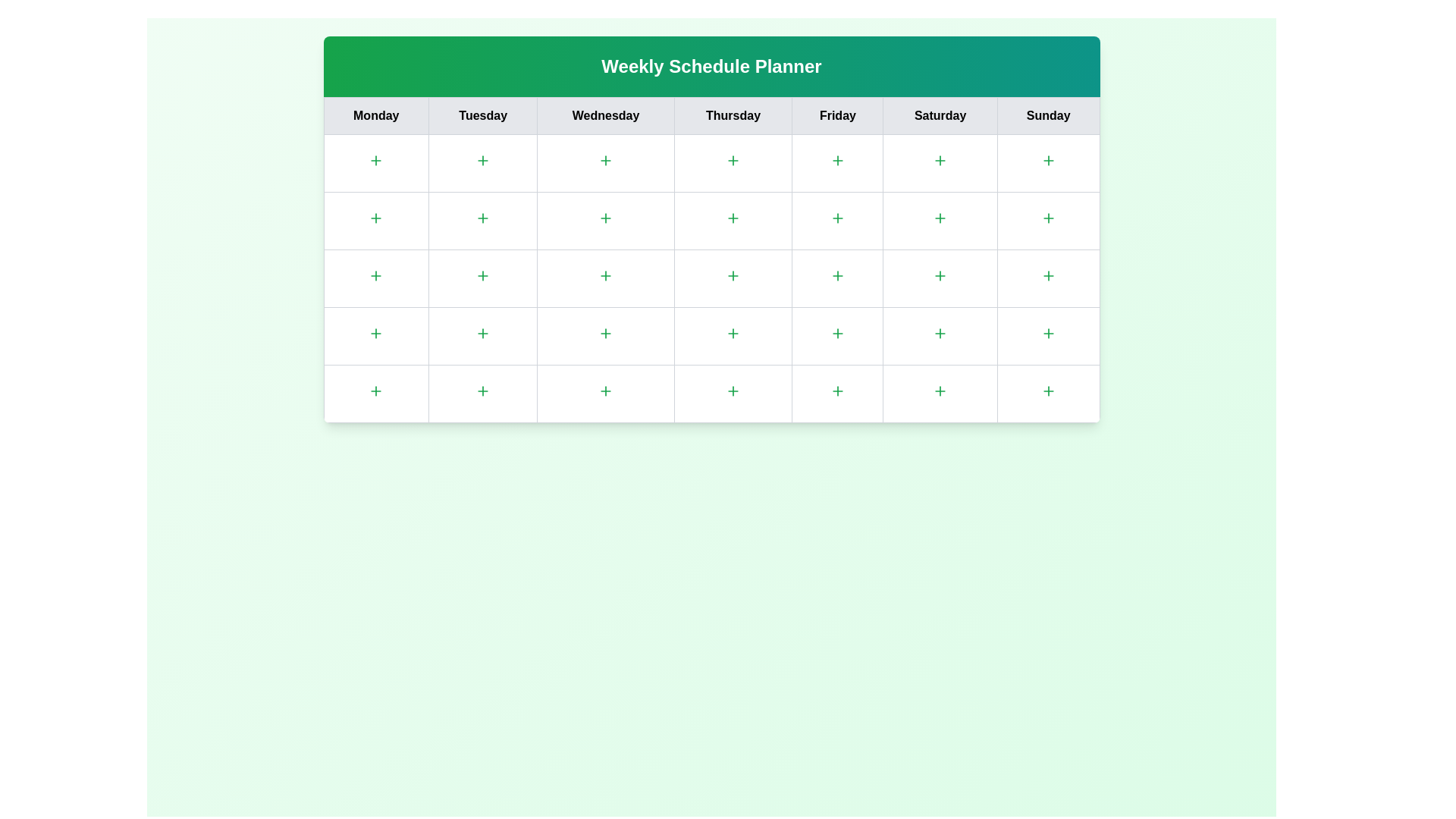 Image resolution: width=1456 pixels, height=819 pixels. Describe the element at coordinates (1047, 115) in the screenshot. I see `the column header for Sunday` at that location.